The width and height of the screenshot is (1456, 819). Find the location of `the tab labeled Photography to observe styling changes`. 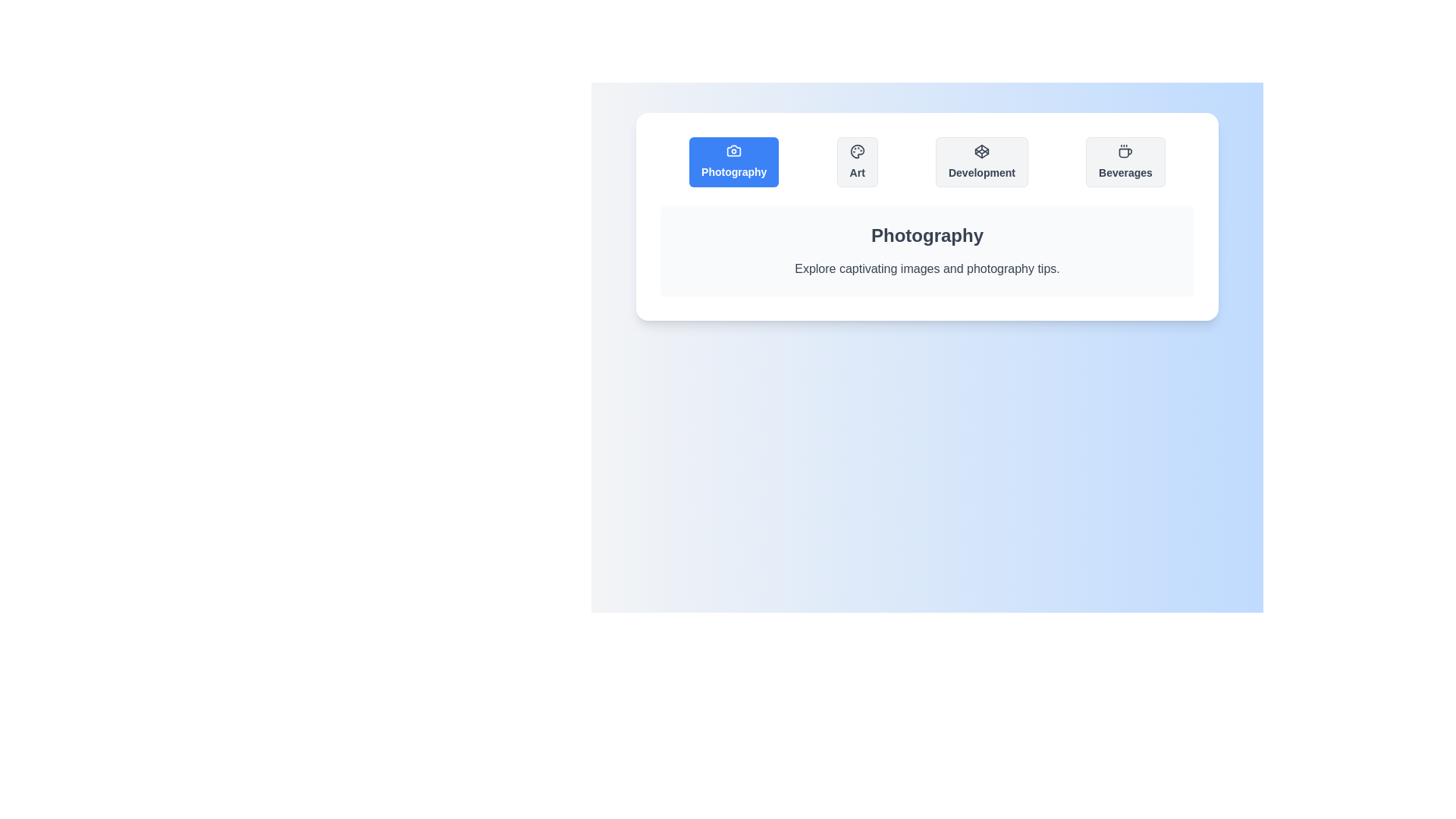

the tab labeled Photography to observe styling changes is located at coordinates (734, 162).